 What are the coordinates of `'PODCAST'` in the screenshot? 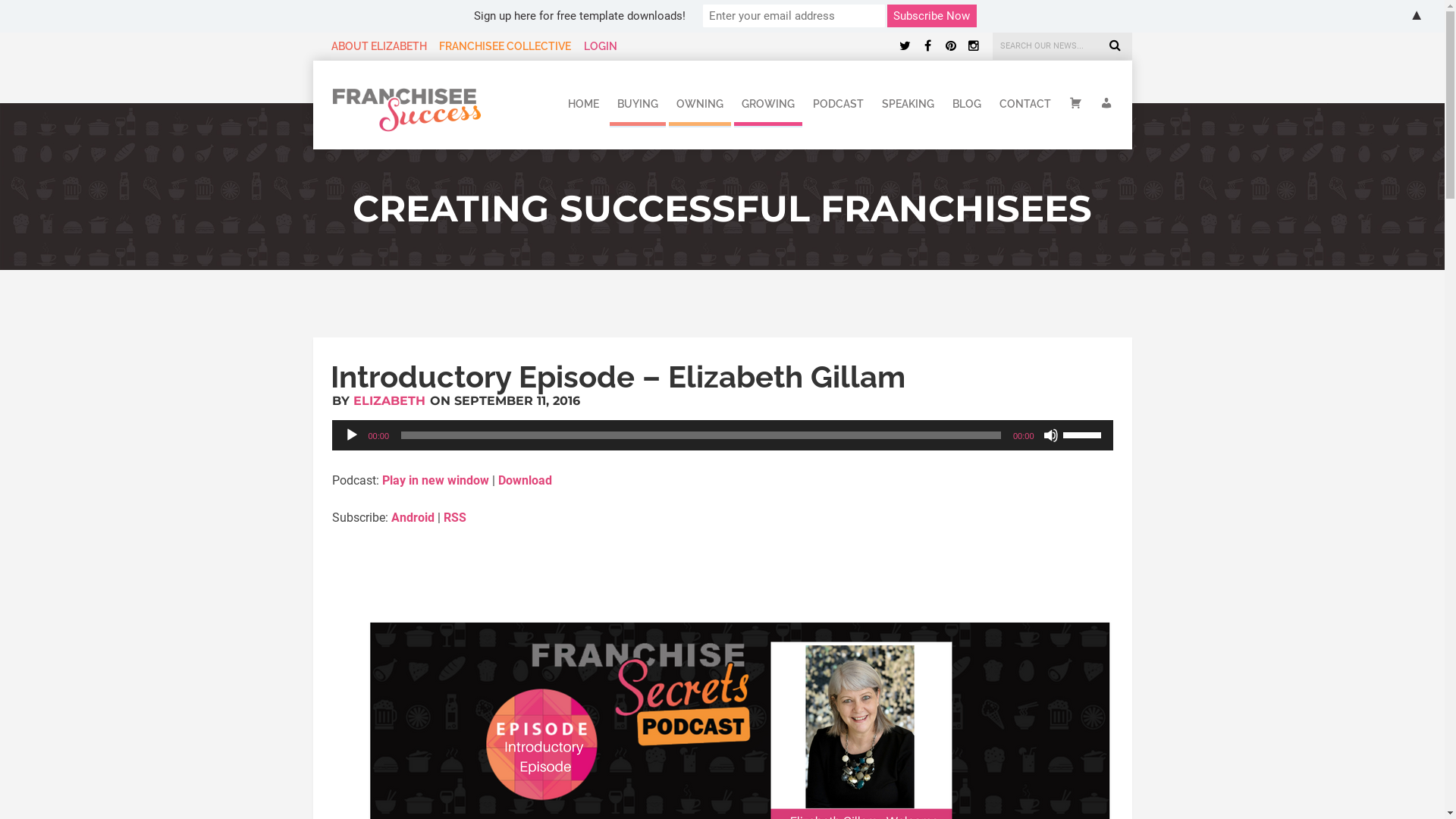 It's located at (837, 100).